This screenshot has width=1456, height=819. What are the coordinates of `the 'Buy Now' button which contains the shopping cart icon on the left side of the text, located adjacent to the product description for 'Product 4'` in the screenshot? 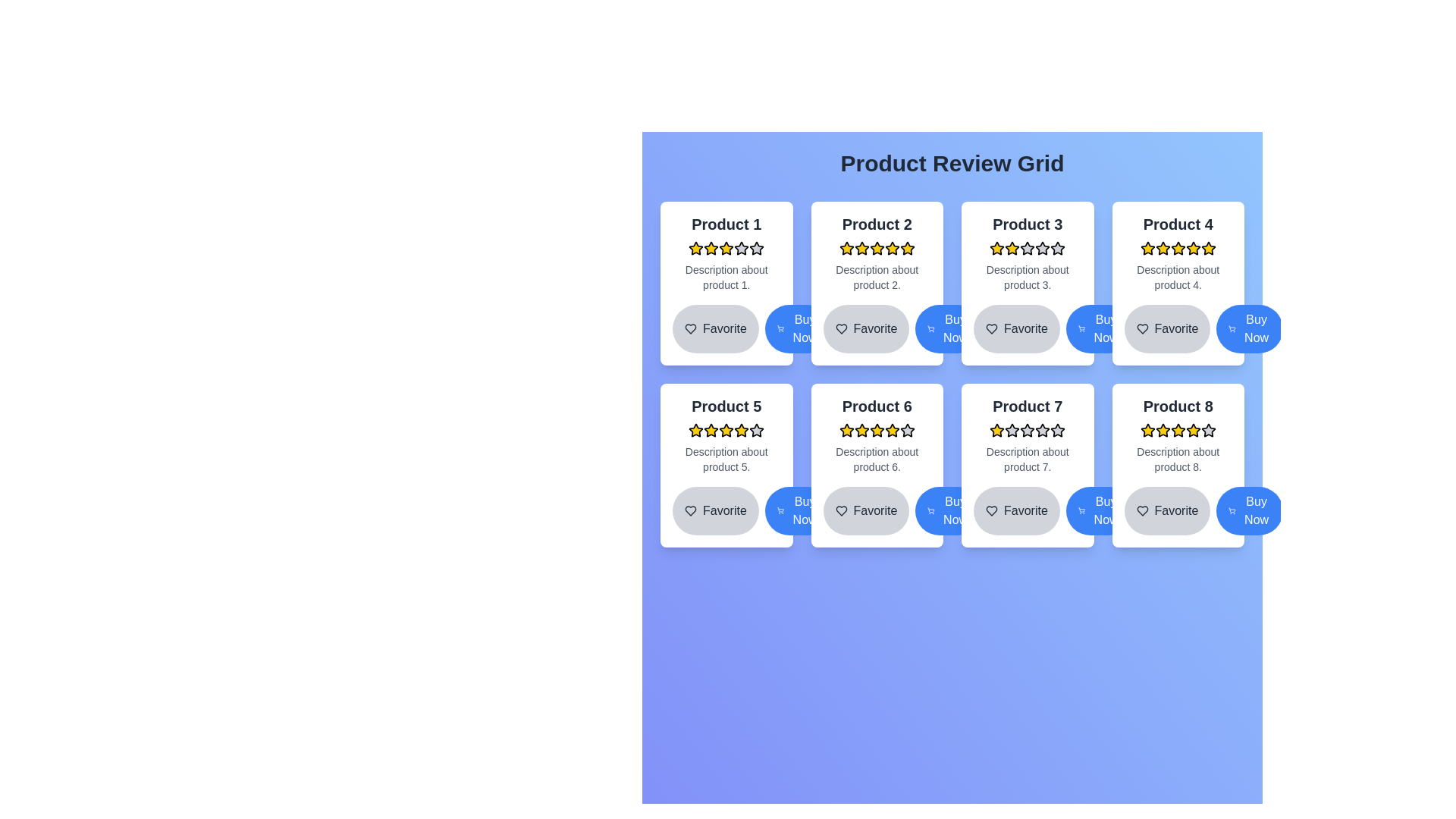 It's located at (1232, 328).